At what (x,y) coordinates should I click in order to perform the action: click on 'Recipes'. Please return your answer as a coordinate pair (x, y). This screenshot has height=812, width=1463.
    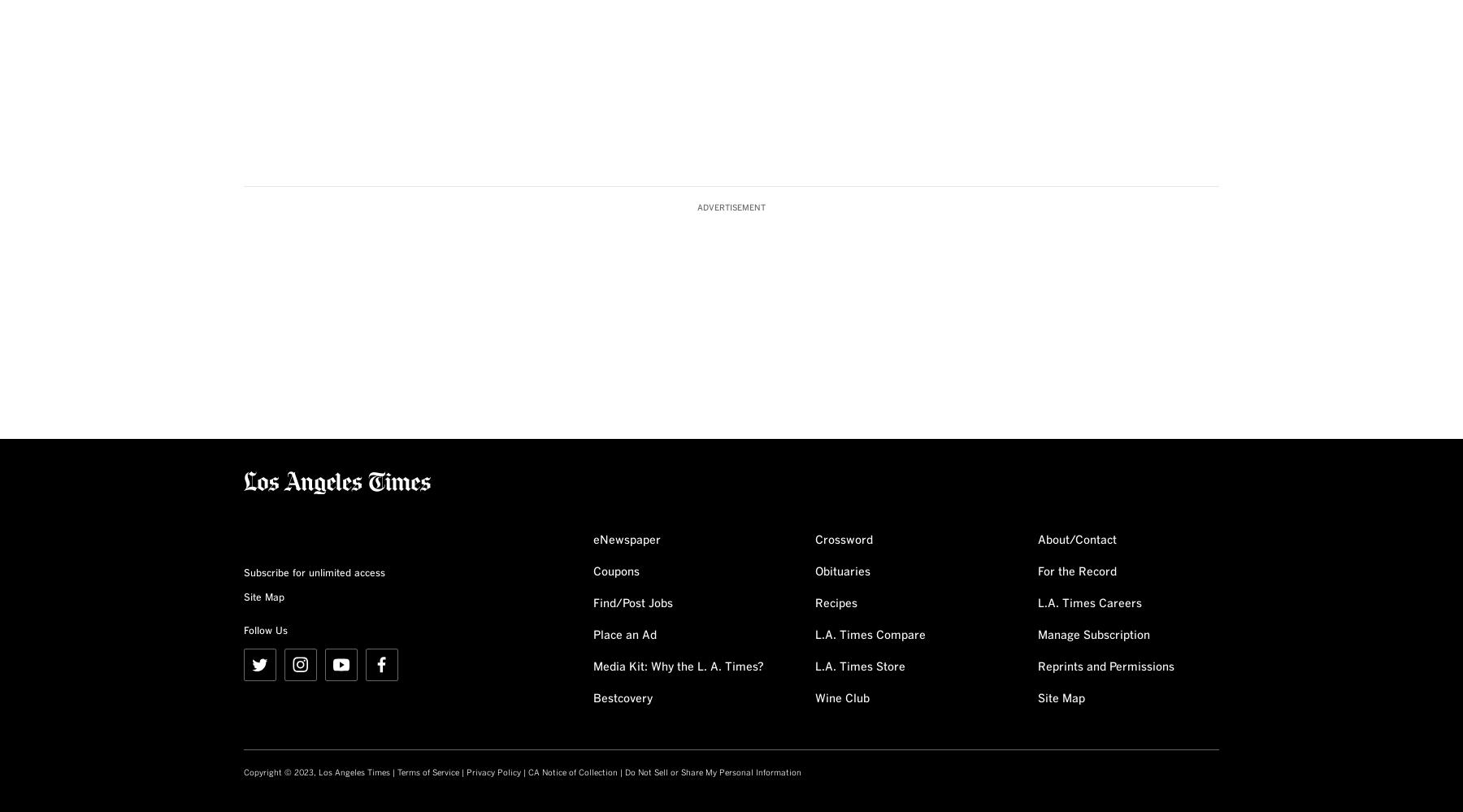
    Looking at the image, I should click on (836, 602).